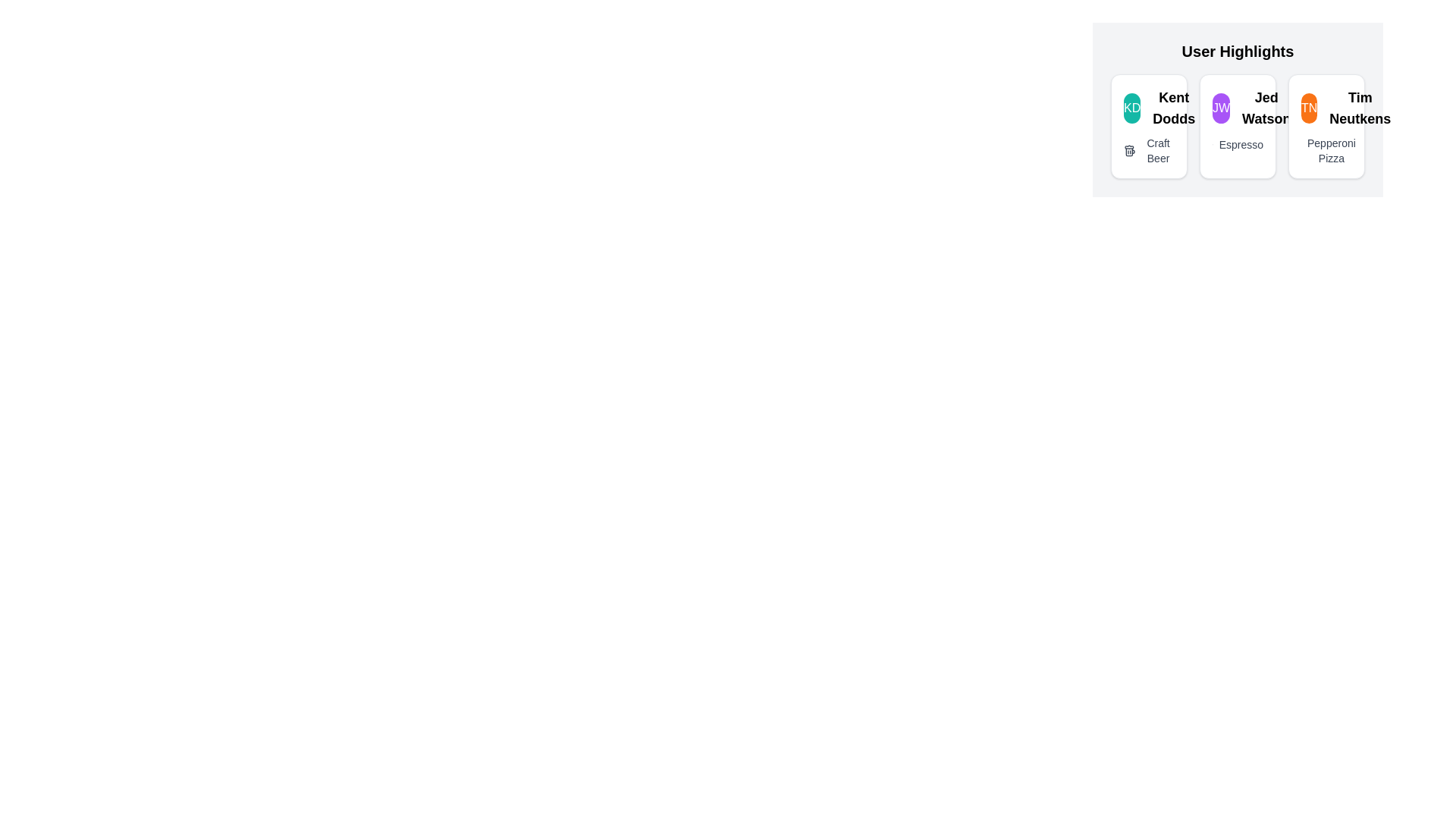 The width and height of the screenshot is (1456, 819). I want to click on the name 'Tim Neutkens' in the Profile preview component, so click(1326, 107).